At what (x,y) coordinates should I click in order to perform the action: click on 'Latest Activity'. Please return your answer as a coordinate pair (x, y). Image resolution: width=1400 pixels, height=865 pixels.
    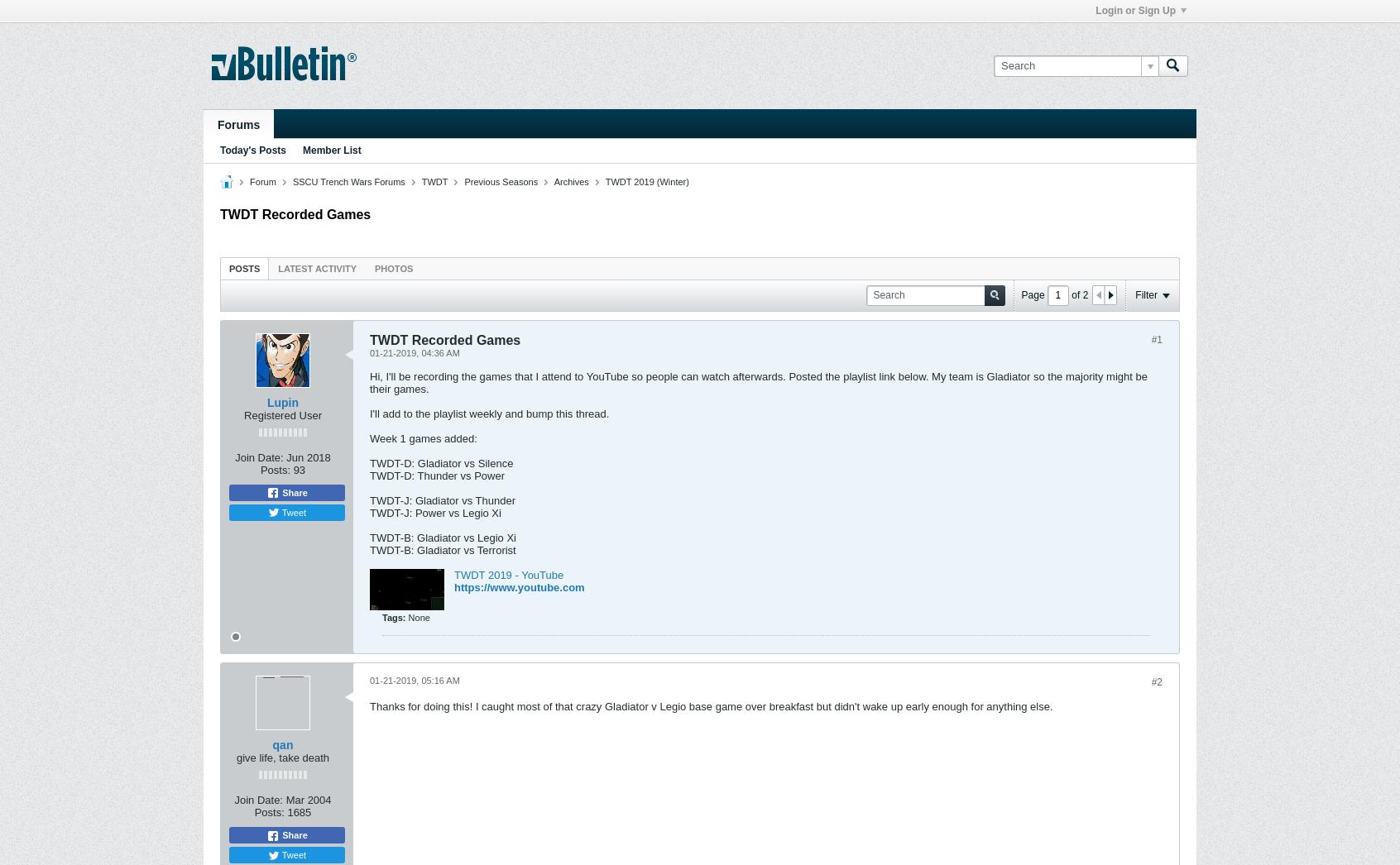
    Looking at the image, I should click on (317, 267).